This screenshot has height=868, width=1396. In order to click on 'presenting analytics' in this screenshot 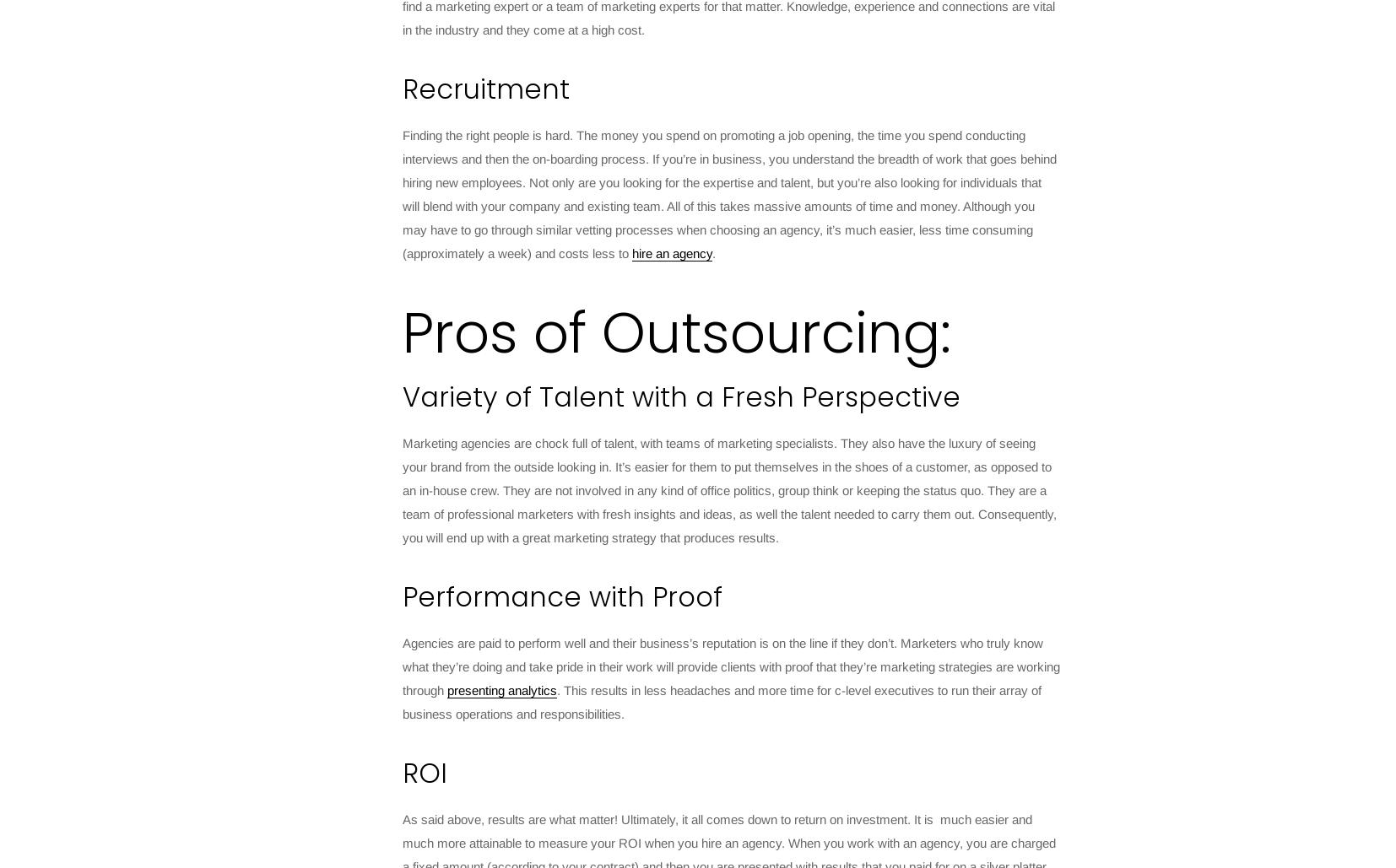, I will do `click(446, 689)`.